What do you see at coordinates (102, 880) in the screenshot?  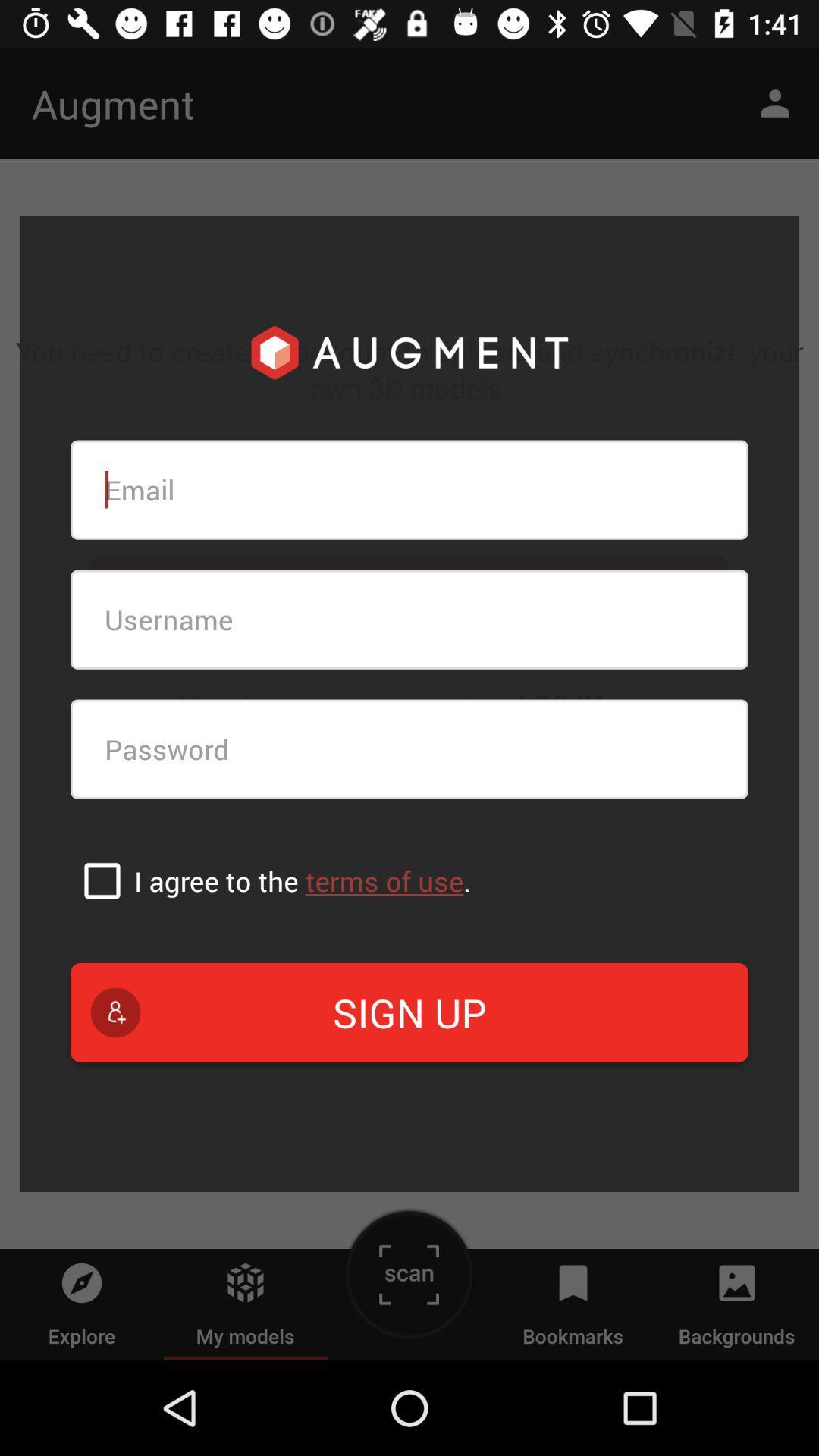 I see `the item next to i agree to icon` at bounding box center [102, 880].